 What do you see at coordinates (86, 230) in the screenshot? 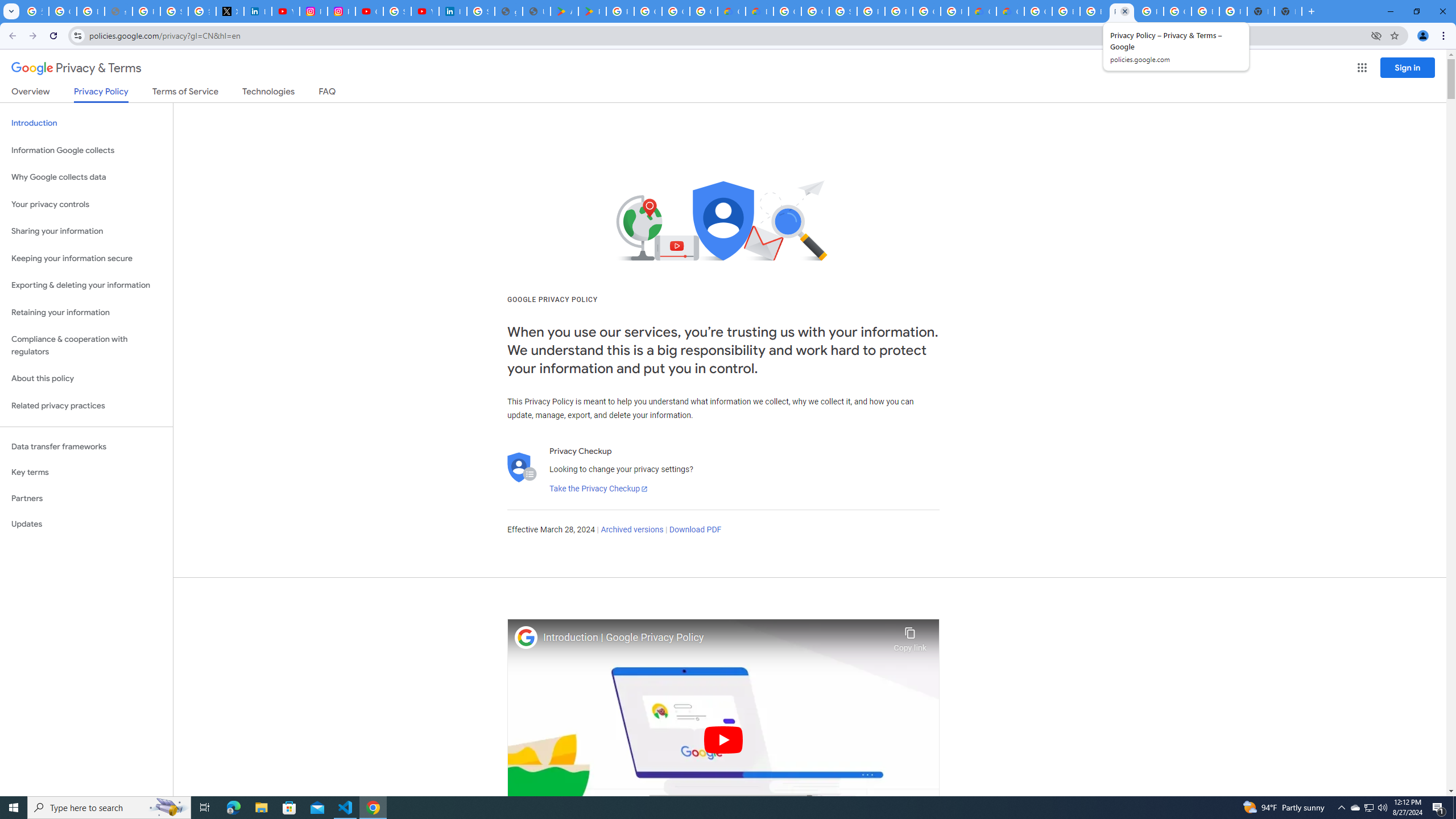
I see `'Sharing your information'` at bounding box center [86, 230].